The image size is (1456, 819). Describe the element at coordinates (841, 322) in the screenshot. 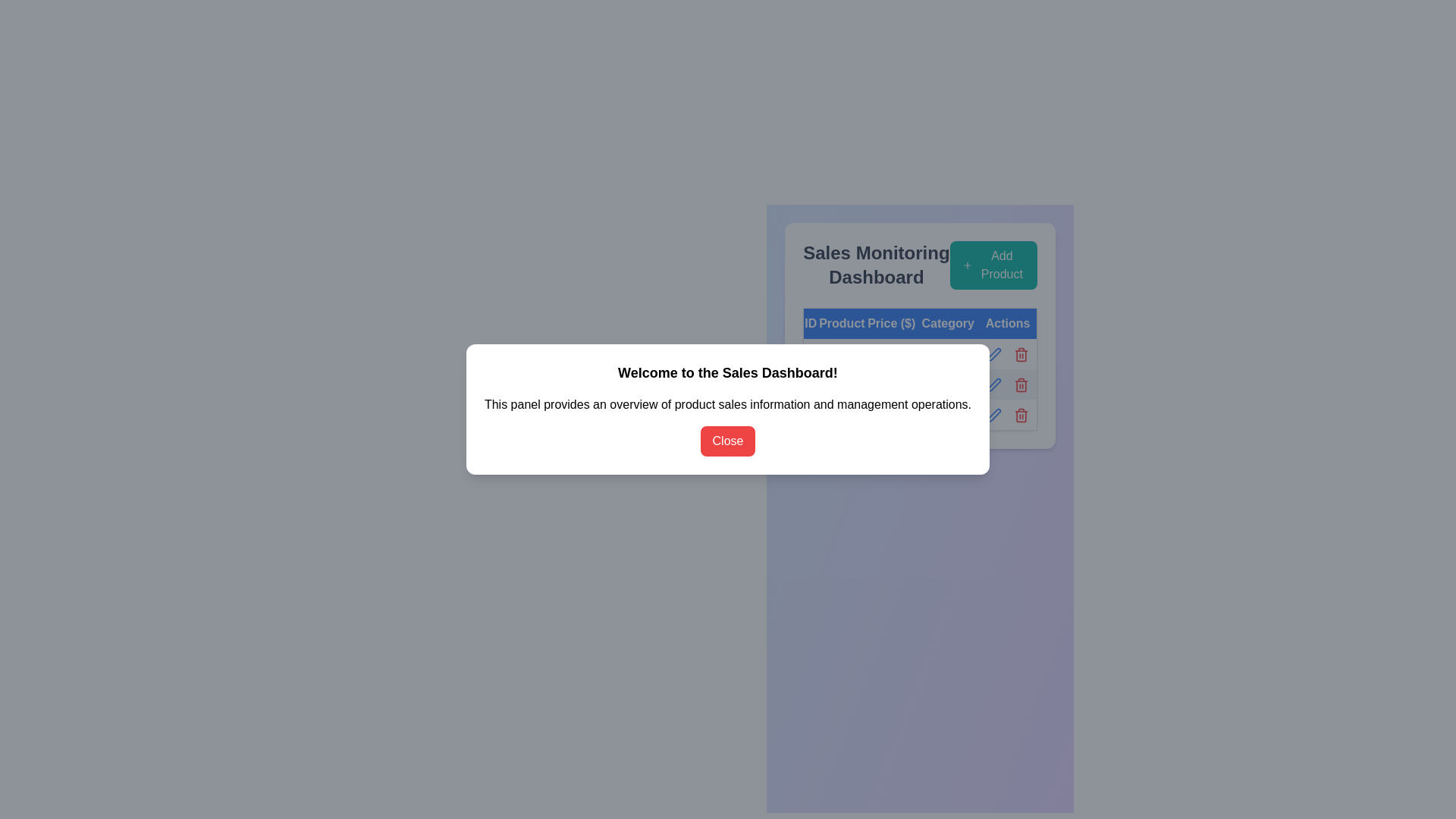

I see `the 'Product' text label which is displayed in light-colored text on a blue background, positioned as the second label in a header alongside 'ID', 'Price ($)', 'Category', and 'Actions'` at that location.